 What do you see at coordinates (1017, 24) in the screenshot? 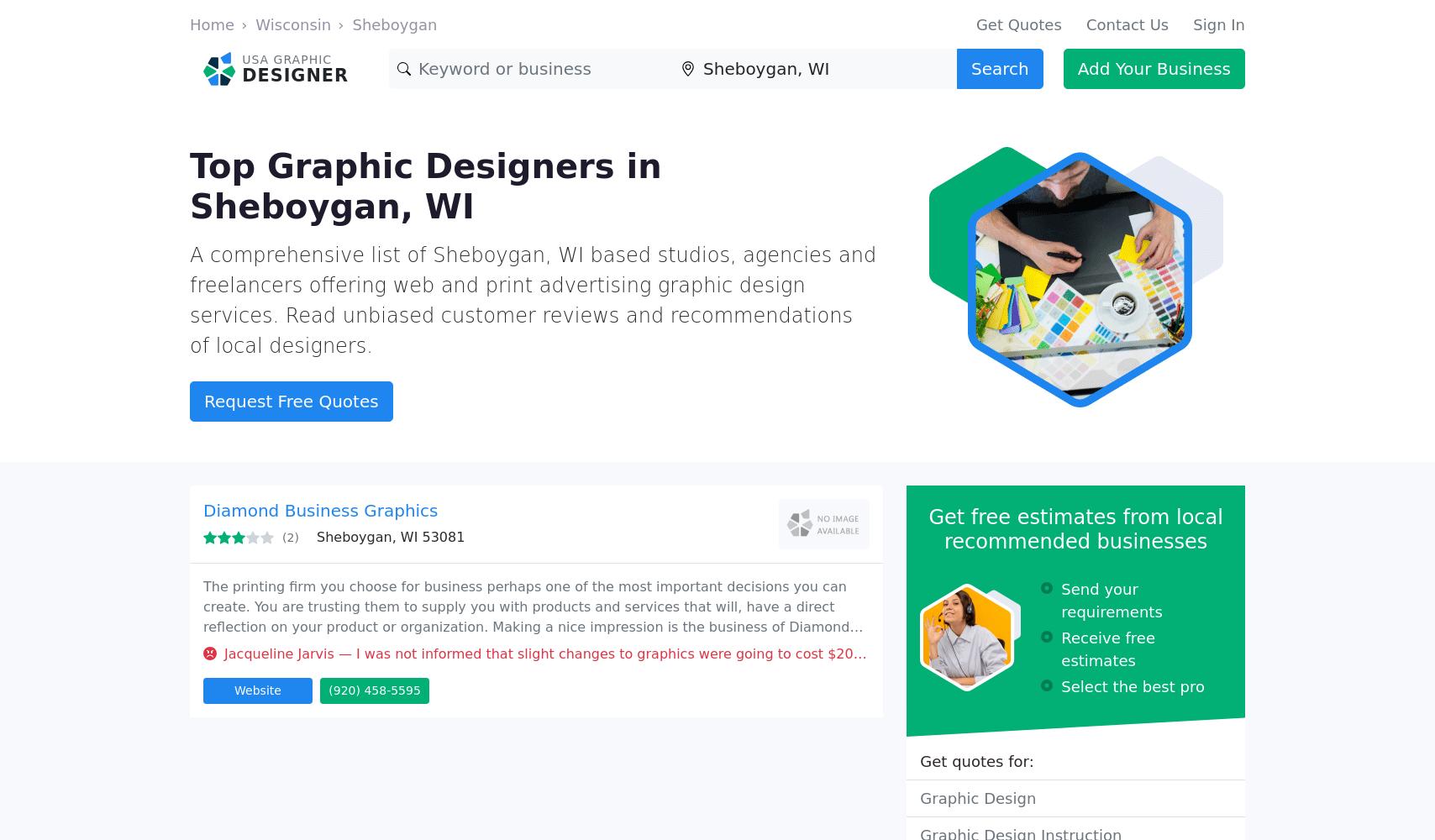
I see `'Get Quotes'` at bounding box center [1017, 24].